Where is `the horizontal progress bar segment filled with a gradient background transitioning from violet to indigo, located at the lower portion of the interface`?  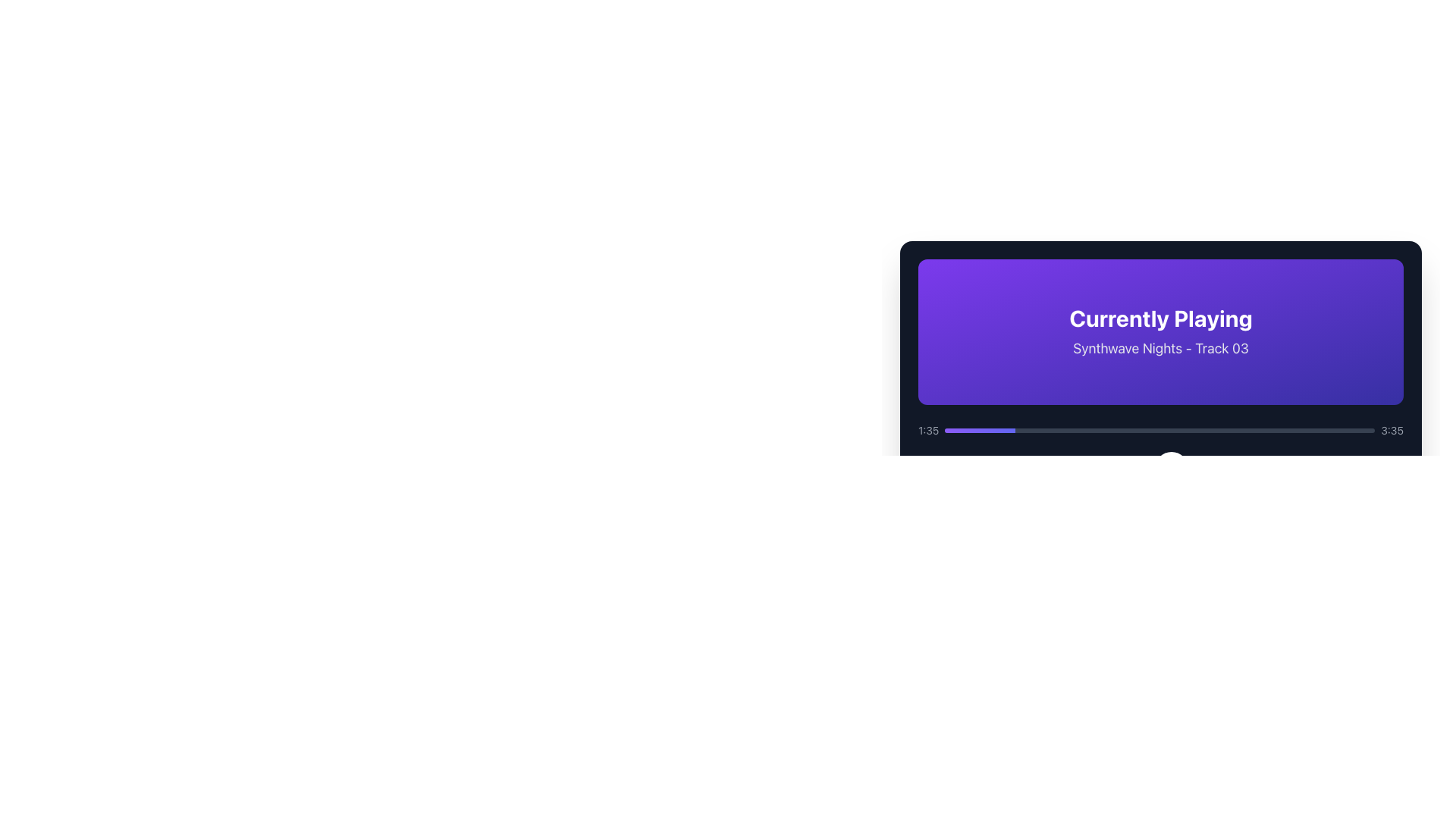
the horizontal progress bar segment filled with a gradient background transitioning from violet to indigo, located at the lower portion of the interface is located at coordinates (980, 430).